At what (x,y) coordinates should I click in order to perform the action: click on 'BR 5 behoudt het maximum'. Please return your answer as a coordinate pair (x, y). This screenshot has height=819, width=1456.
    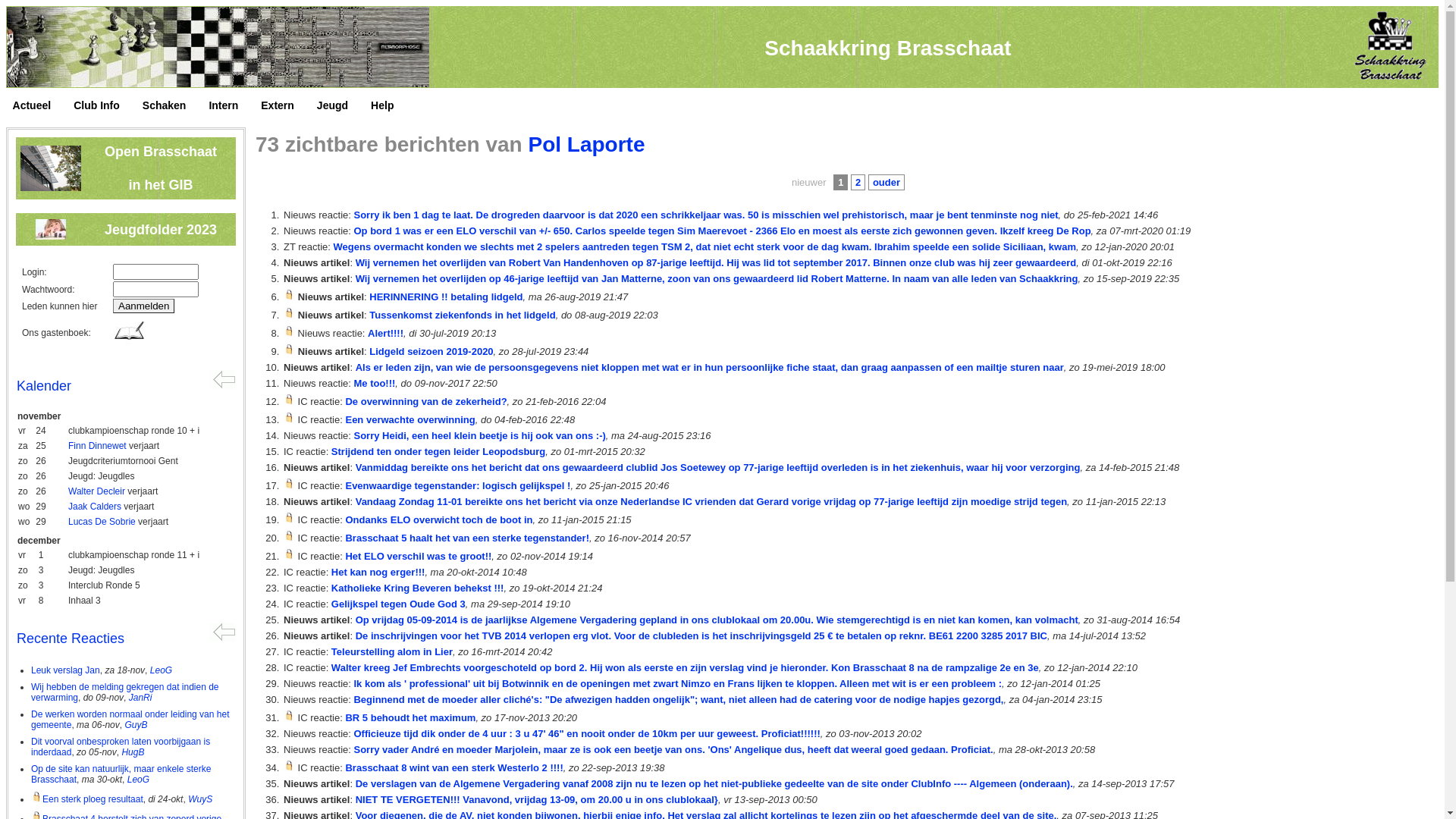
    Looking at the image, I should click on (344, 717).